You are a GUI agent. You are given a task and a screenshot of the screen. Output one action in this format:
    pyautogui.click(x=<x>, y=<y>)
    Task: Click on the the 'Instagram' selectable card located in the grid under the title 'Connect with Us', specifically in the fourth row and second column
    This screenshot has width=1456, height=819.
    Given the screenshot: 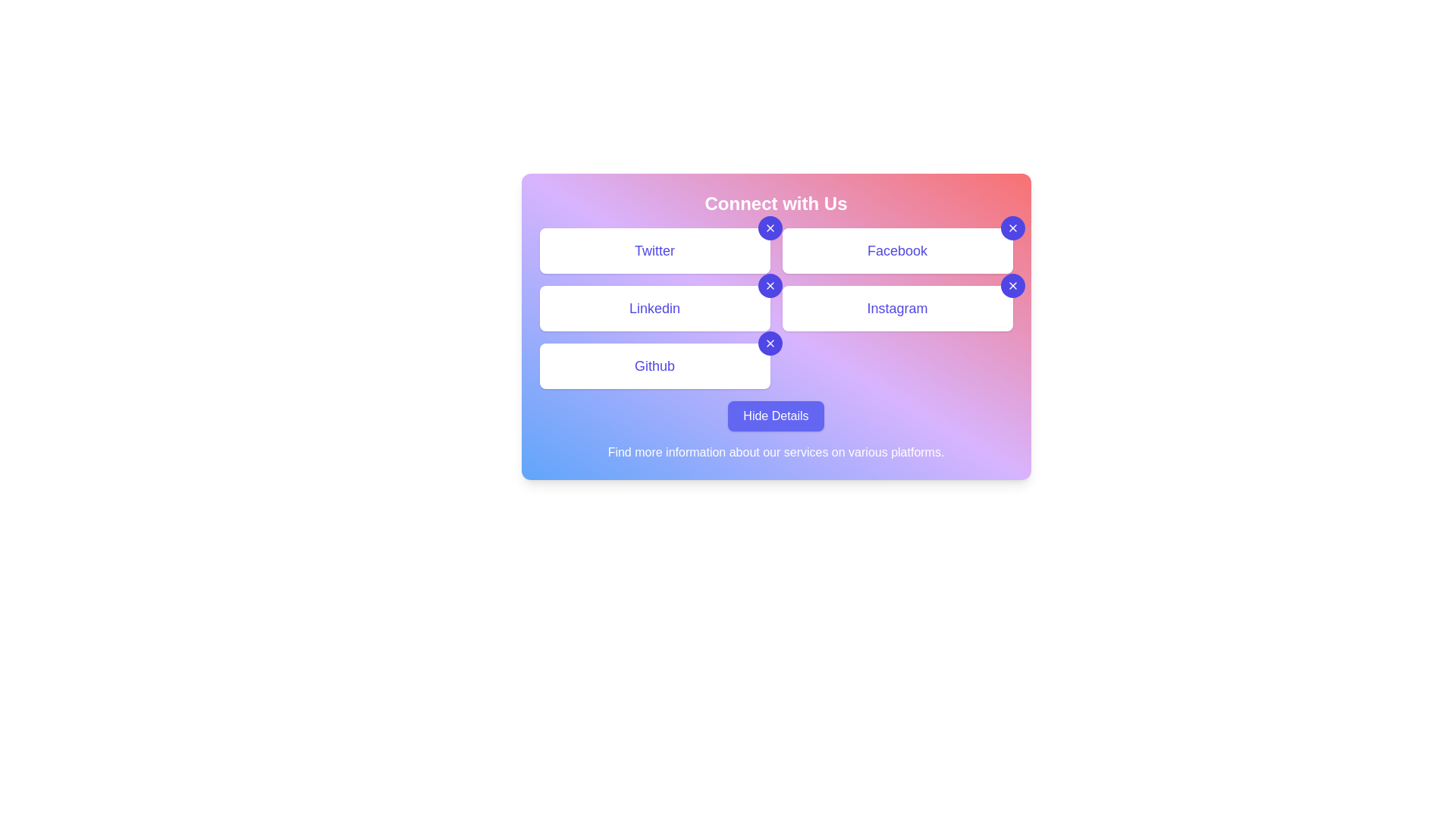 What is the action you would take?
    pyautogui.click(x=897, y=308)
    